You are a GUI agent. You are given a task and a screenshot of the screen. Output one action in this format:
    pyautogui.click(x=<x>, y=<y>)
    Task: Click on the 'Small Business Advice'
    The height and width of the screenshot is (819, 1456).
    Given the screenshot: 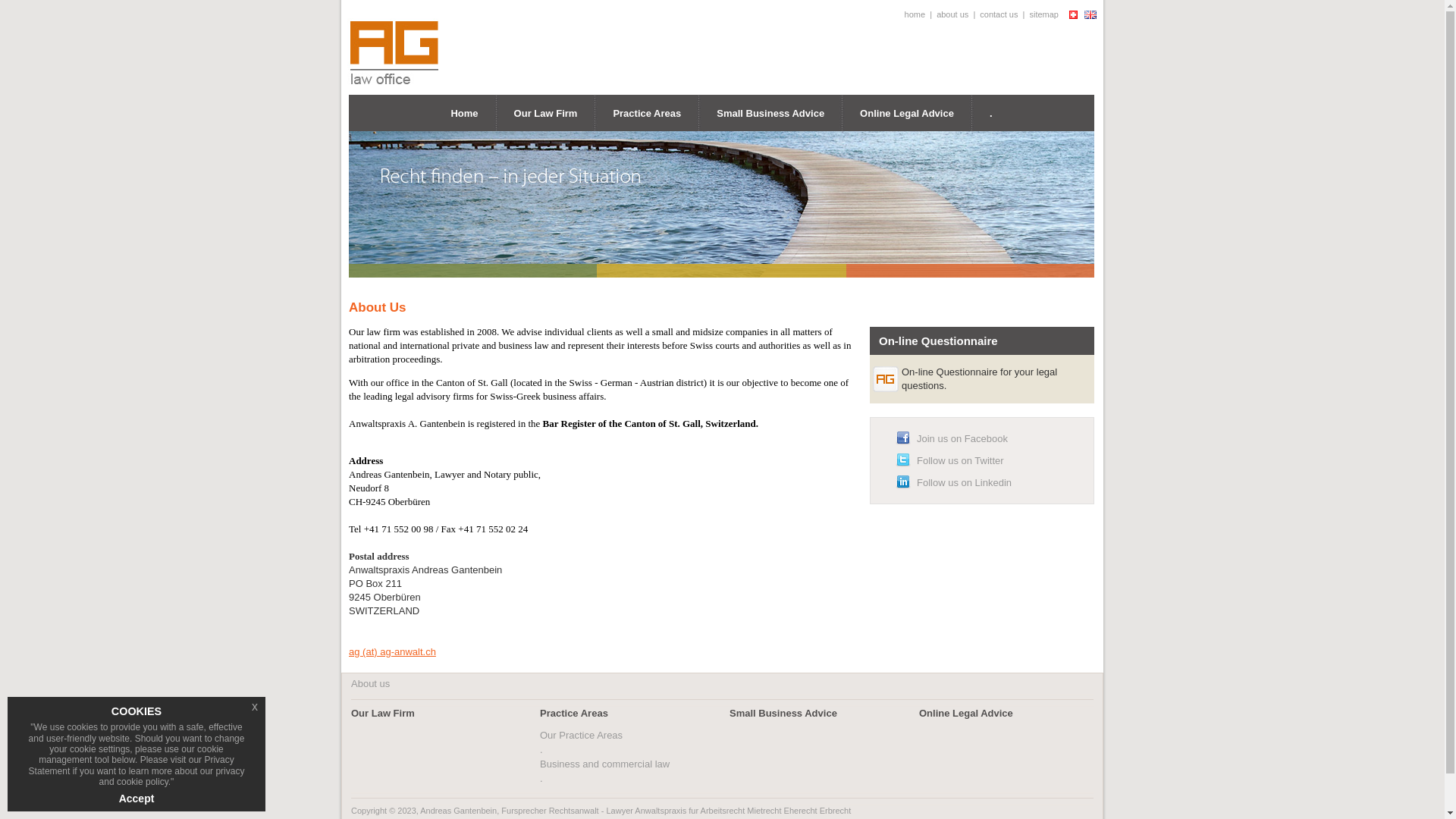 What is the action you would take?
    pyautogui.click(x=770, y=112)
    